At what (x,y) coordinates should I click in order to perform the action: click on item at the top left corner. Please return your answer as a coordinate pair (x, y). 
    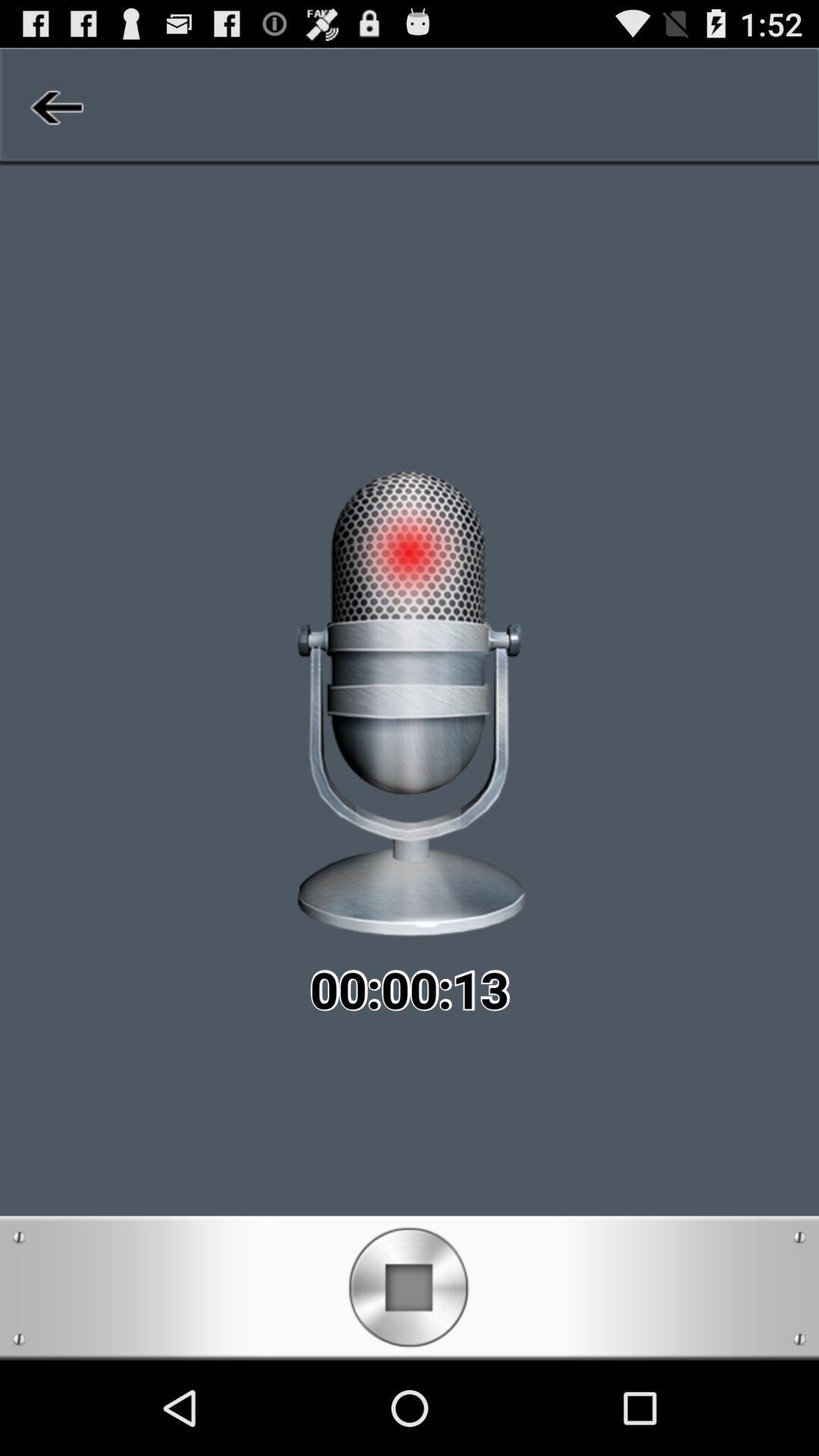
    Looking at the image, I should click on (54, 106).